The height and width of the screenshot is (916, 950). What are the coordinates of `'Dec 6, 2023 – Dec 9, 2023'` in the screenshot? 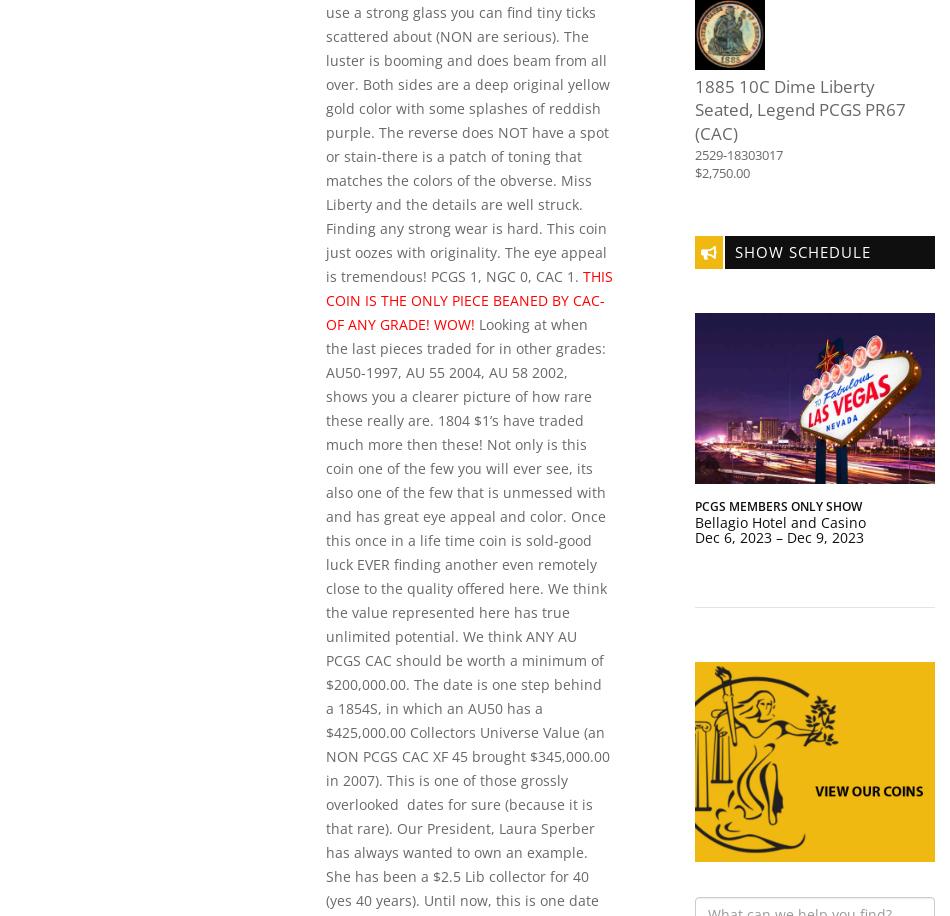 It's located at (778, 536).